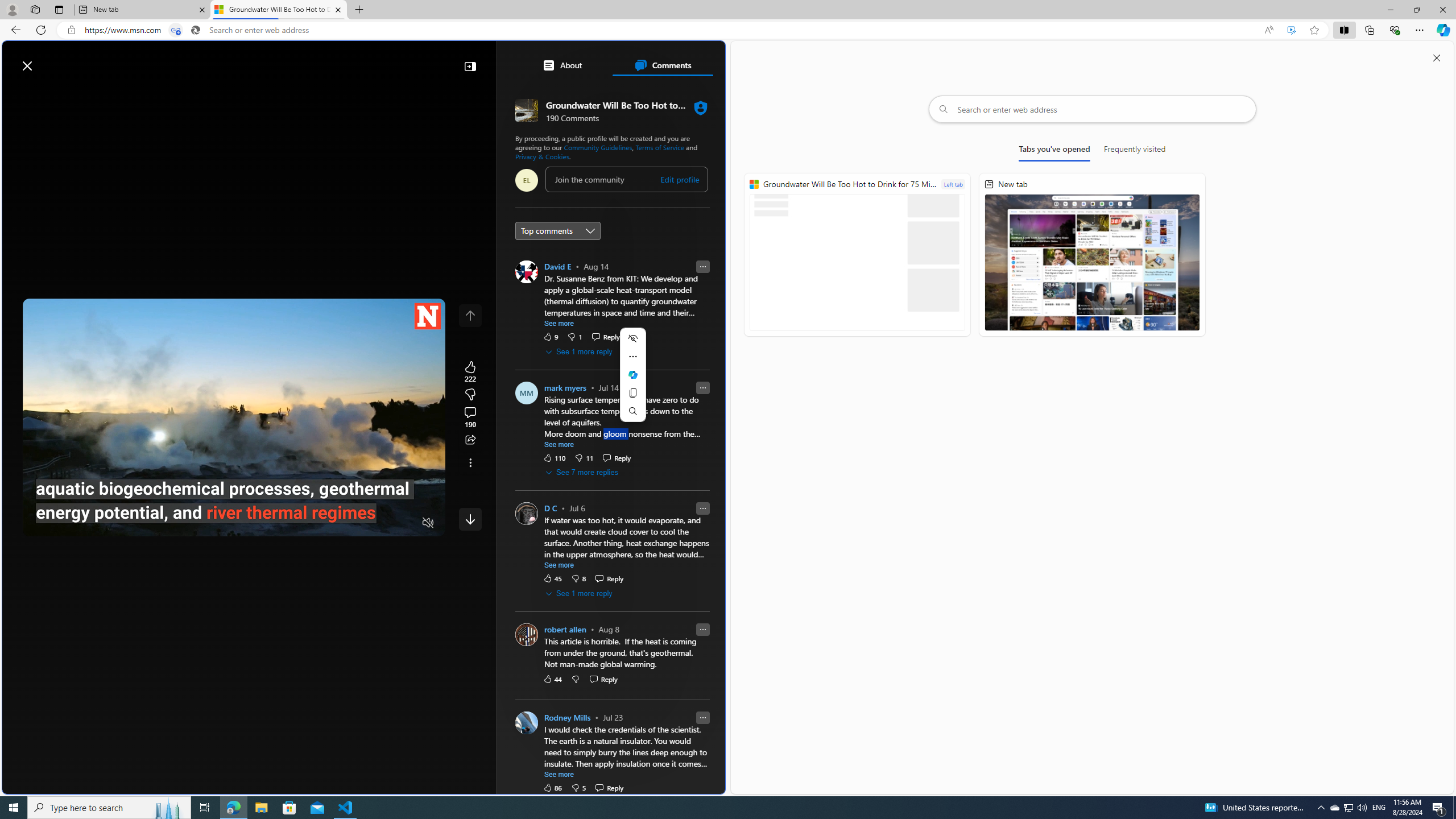 The width and height of the screenshot is (1456, 819). I want to click on 'Profile Picture', so click(526, 722).